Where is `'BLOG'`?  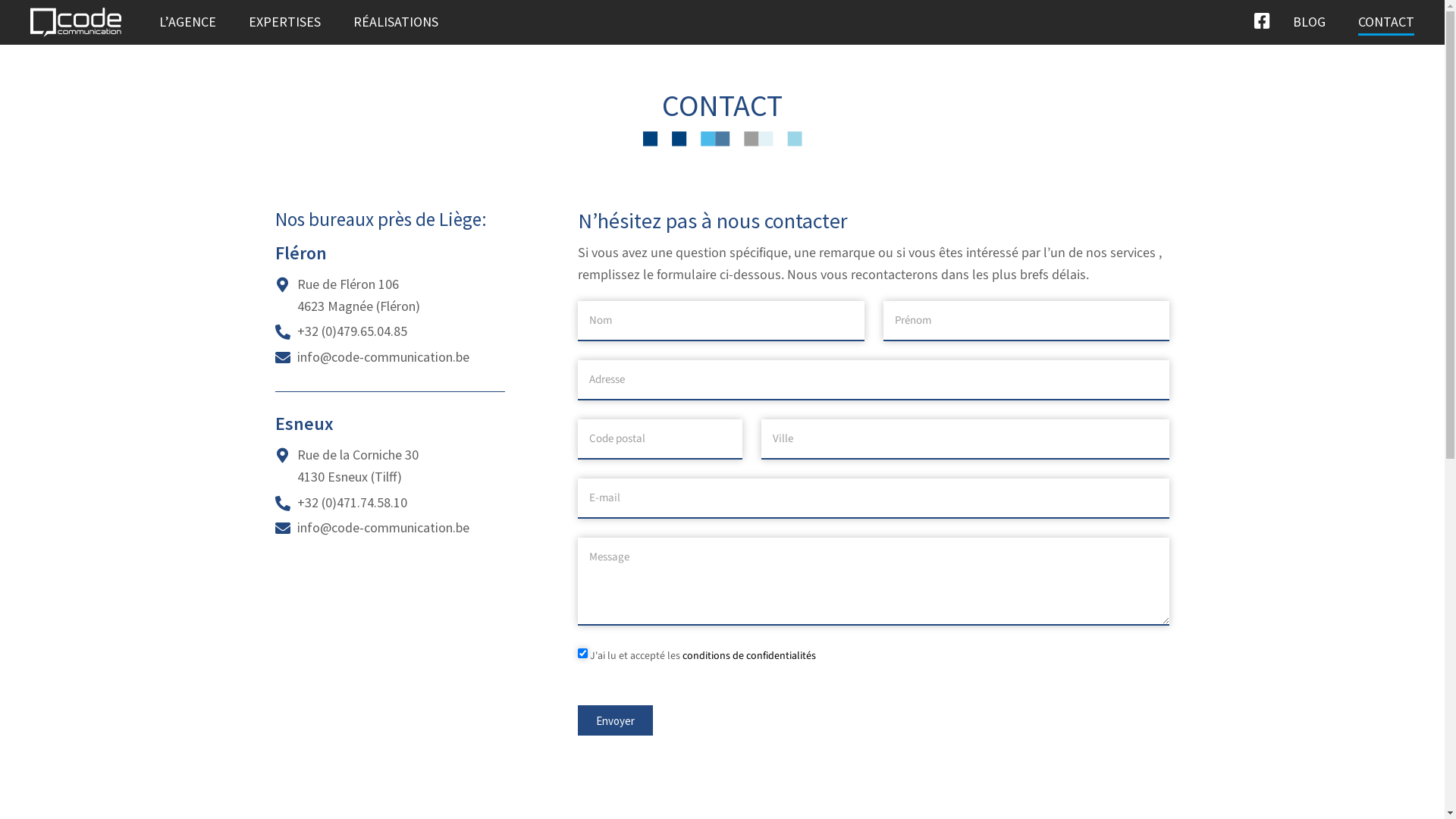
'BLOG' is located at coordinates (1291, 22).